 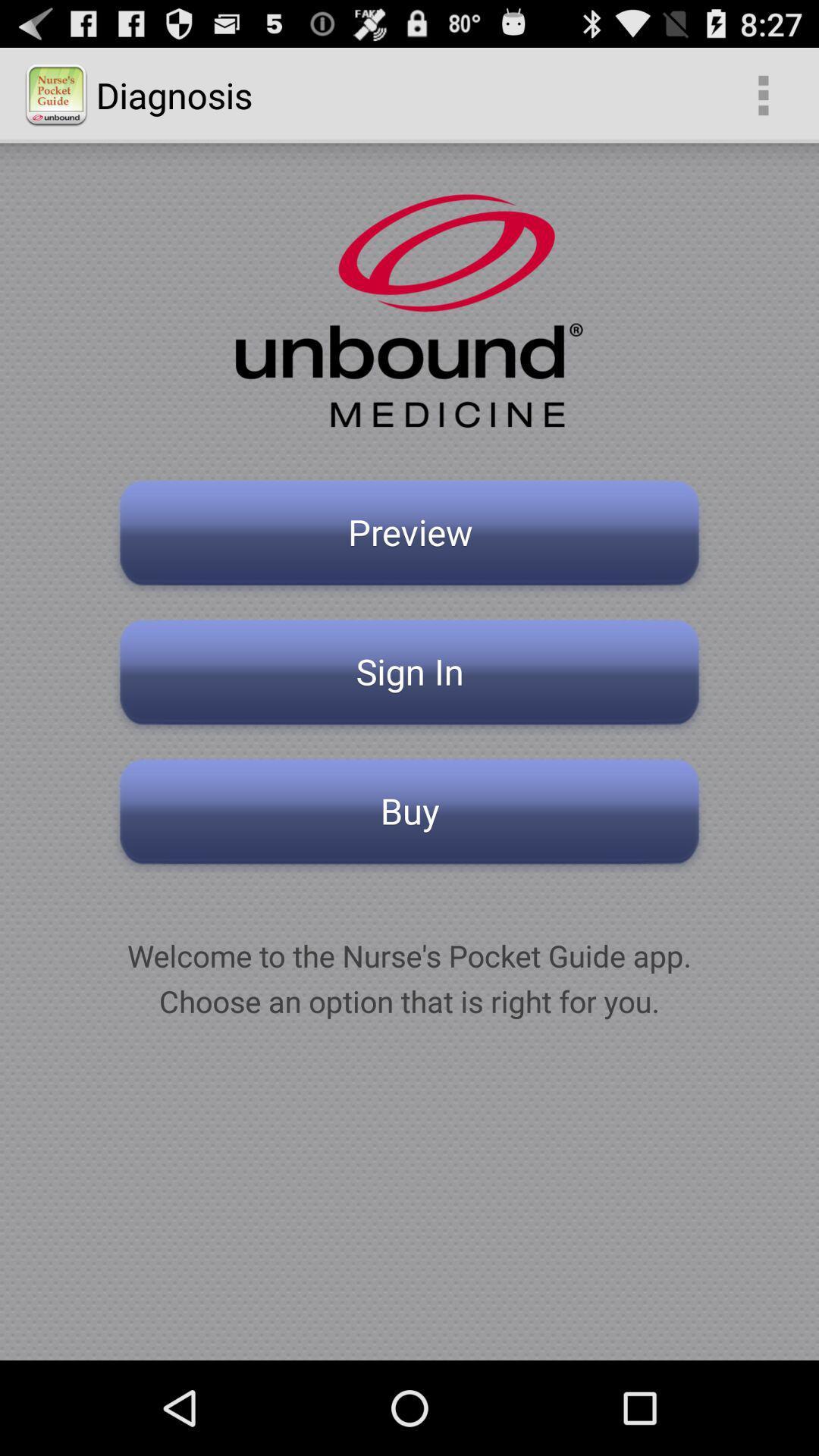 What do you see at coordinates (763, 94) in the screenshot?
I see `the icon to the right of the diagnosis item` at bounding box center [763, 94].